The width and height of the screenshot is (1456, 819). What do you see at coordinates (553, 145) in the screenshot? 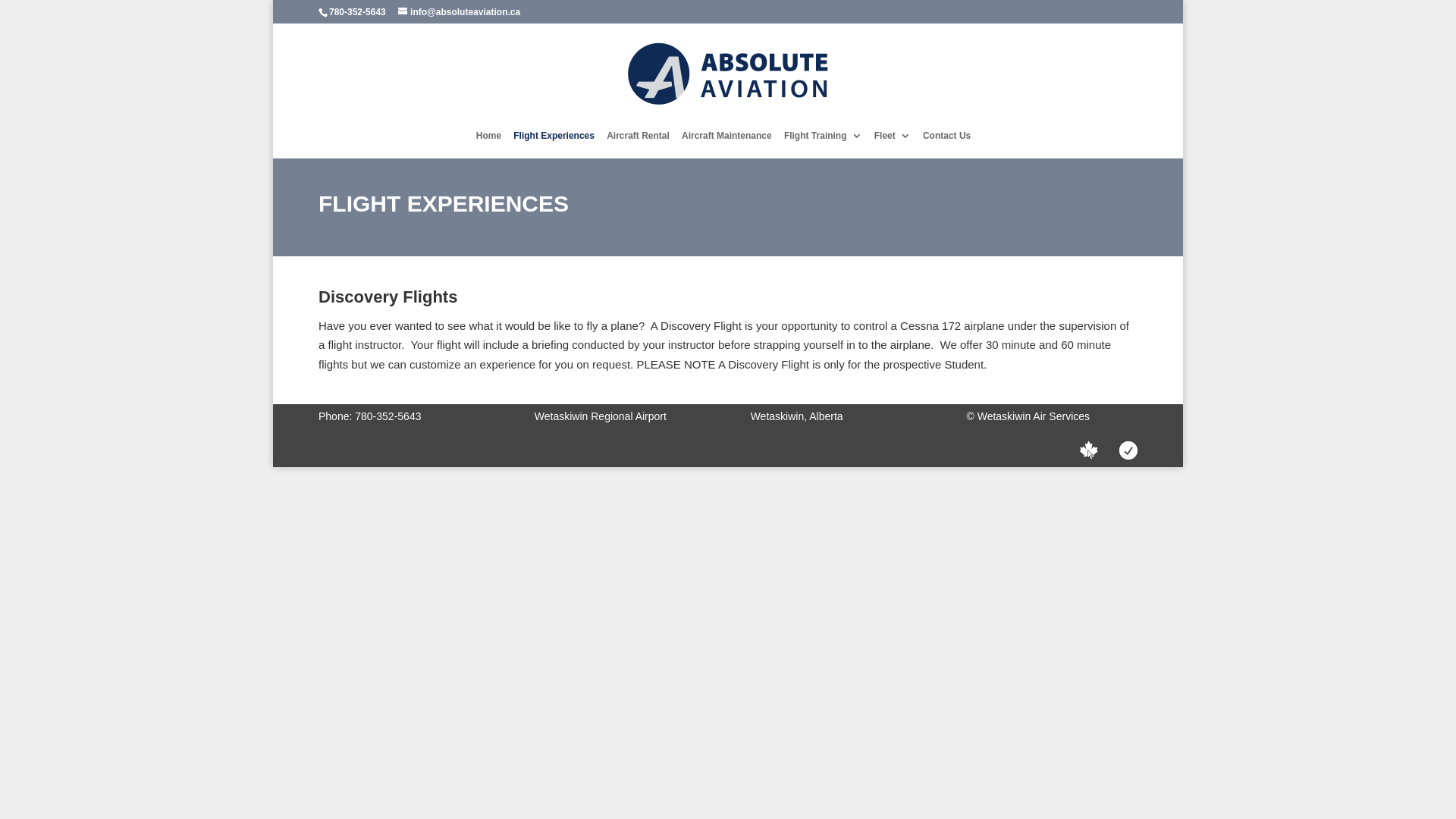
I see `'Flight Experiences'` at bounding box center [553, 145].